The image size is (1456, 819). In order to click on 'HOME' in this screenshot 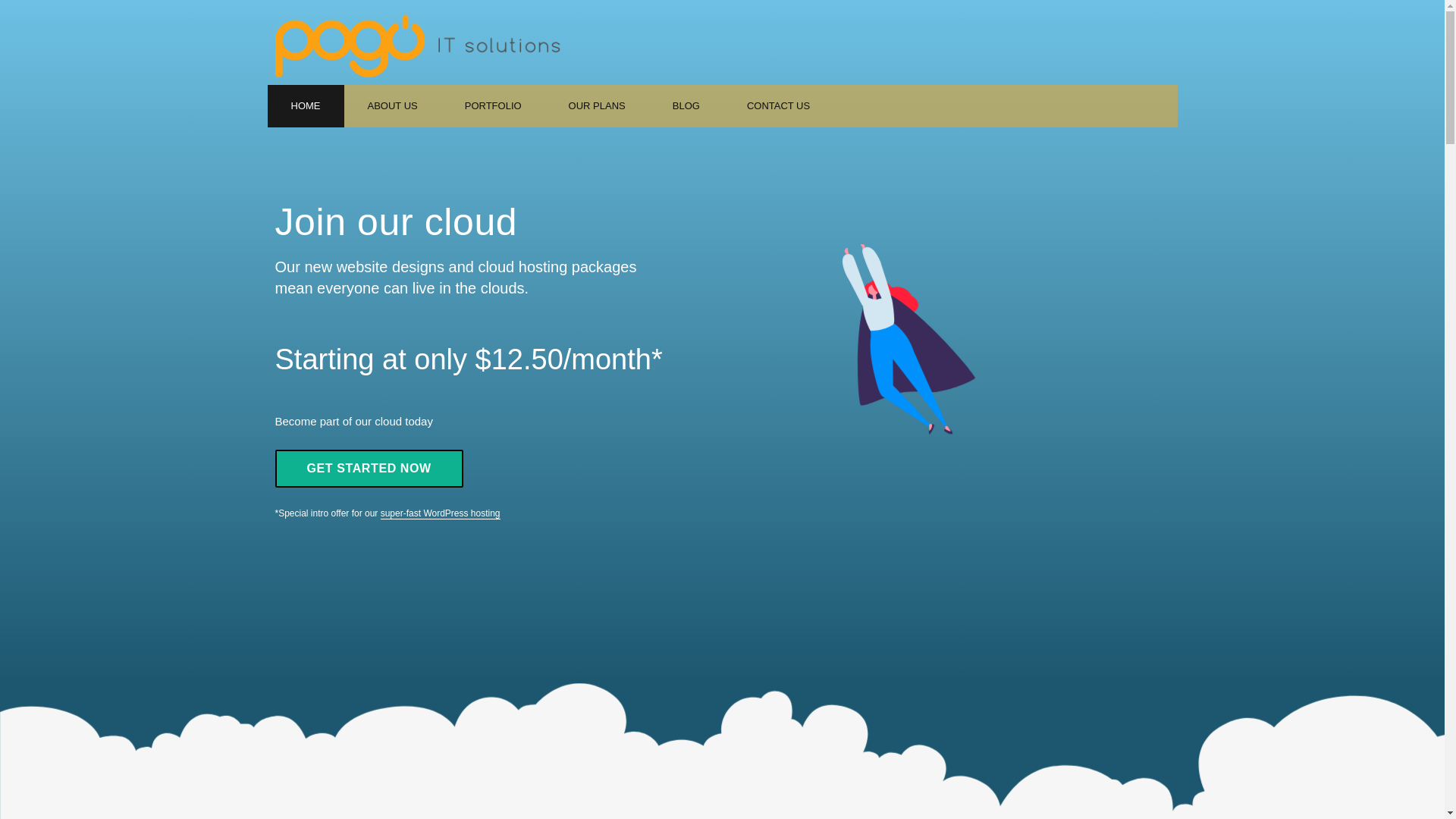, I will do `click(304, 105)`.